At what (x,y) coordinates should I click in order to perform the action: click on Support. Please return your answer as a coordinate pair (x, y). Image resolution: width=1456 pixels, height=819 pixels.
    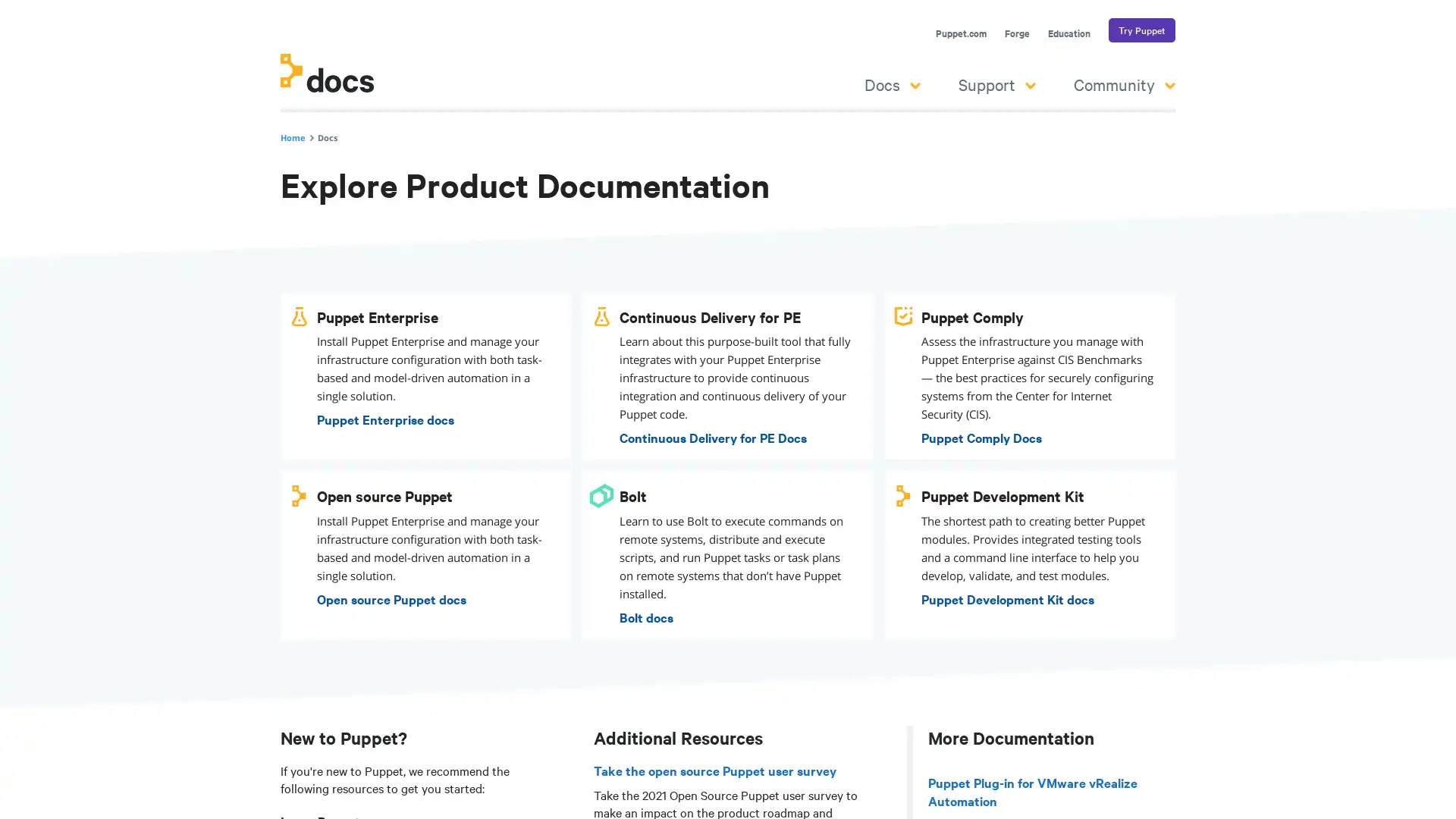
    Looking at the image, I should click on (997, 92).